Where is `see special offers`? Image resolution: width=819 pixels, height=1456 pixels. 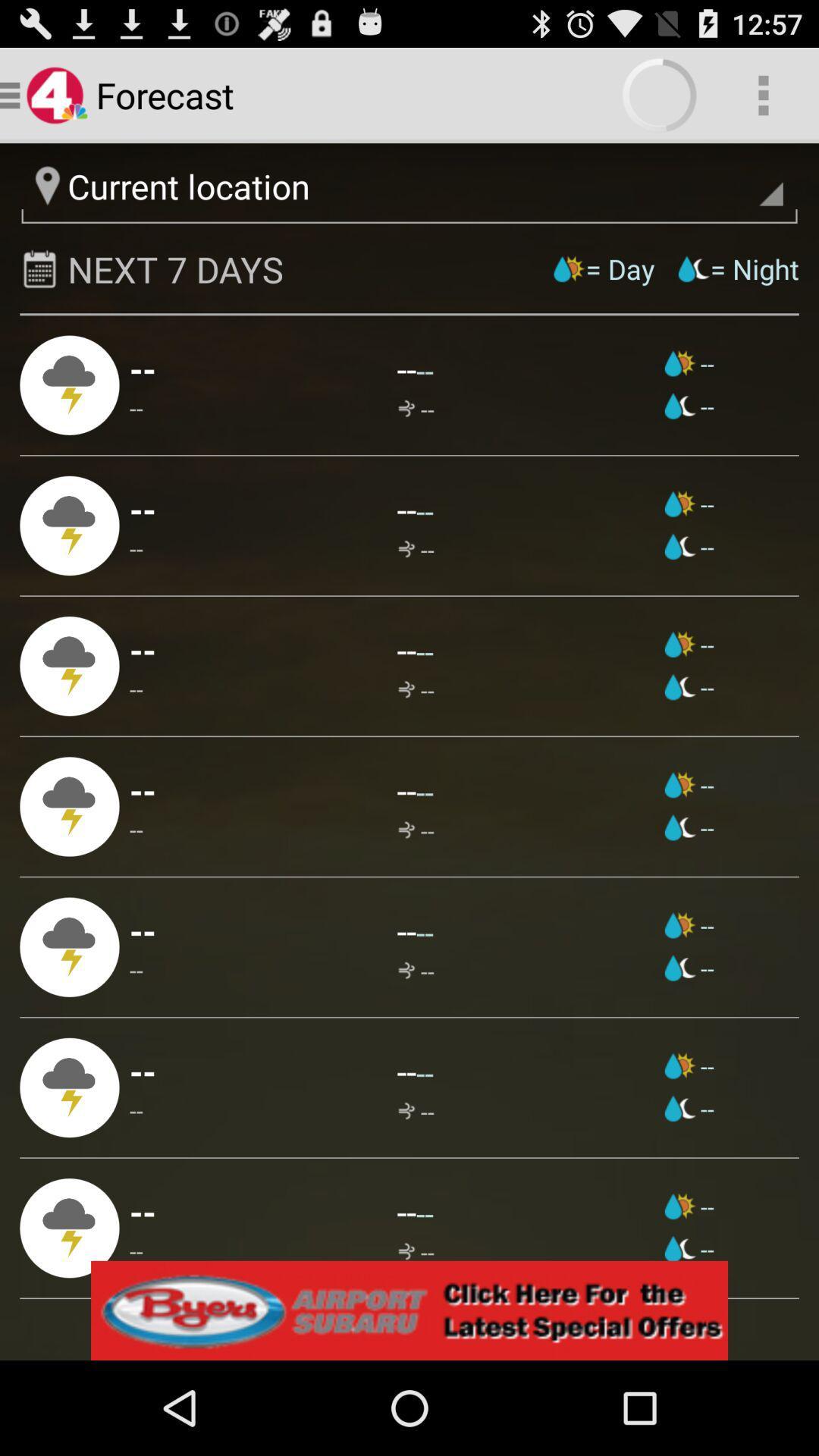
see special offers is located at coordinates (409, 1310).